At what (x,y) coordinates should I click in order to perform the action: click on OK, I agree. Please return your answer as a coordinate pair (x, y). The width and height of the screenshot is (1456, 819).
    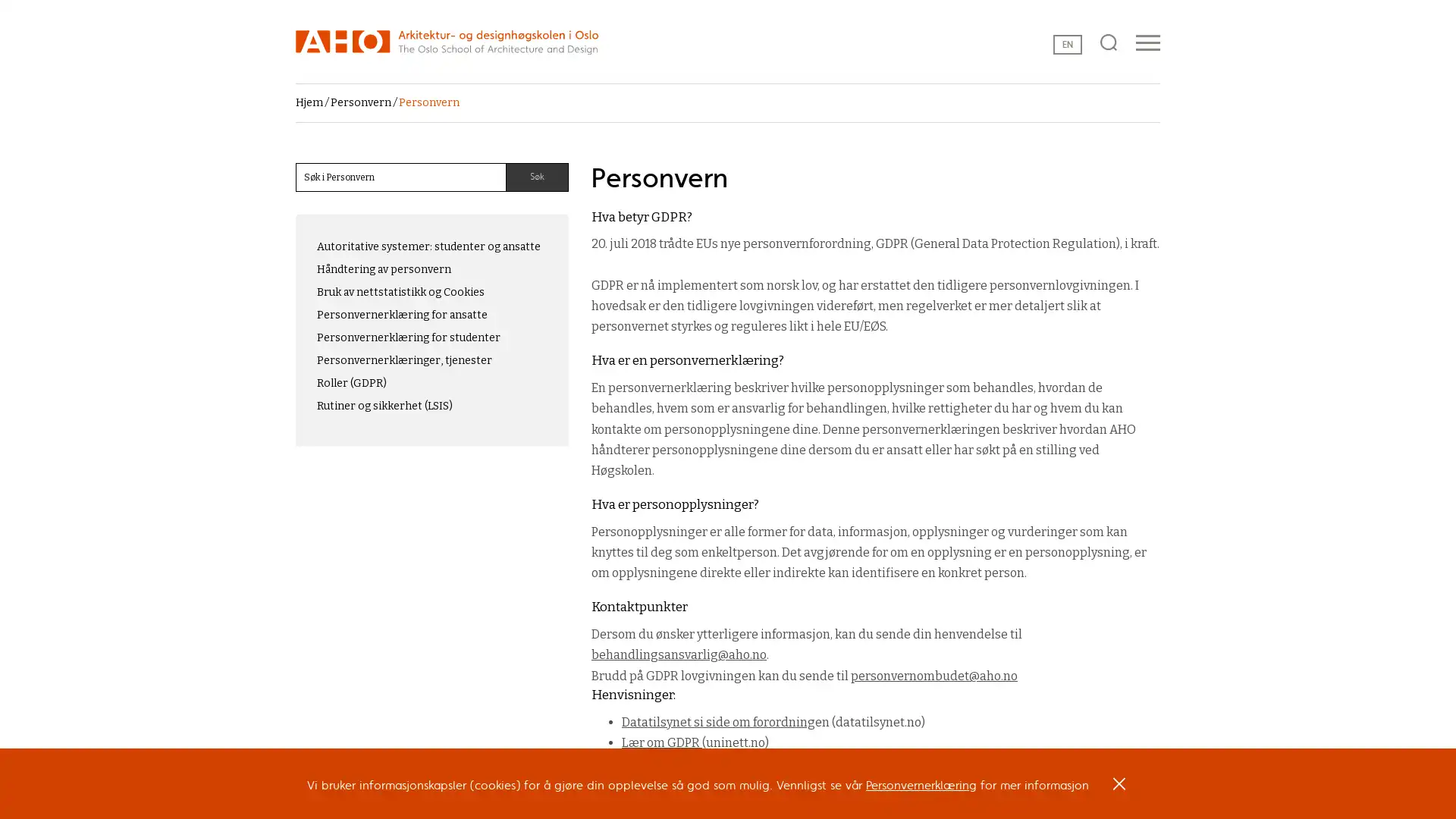
    Looking at the image, I should click on (1119, 789).